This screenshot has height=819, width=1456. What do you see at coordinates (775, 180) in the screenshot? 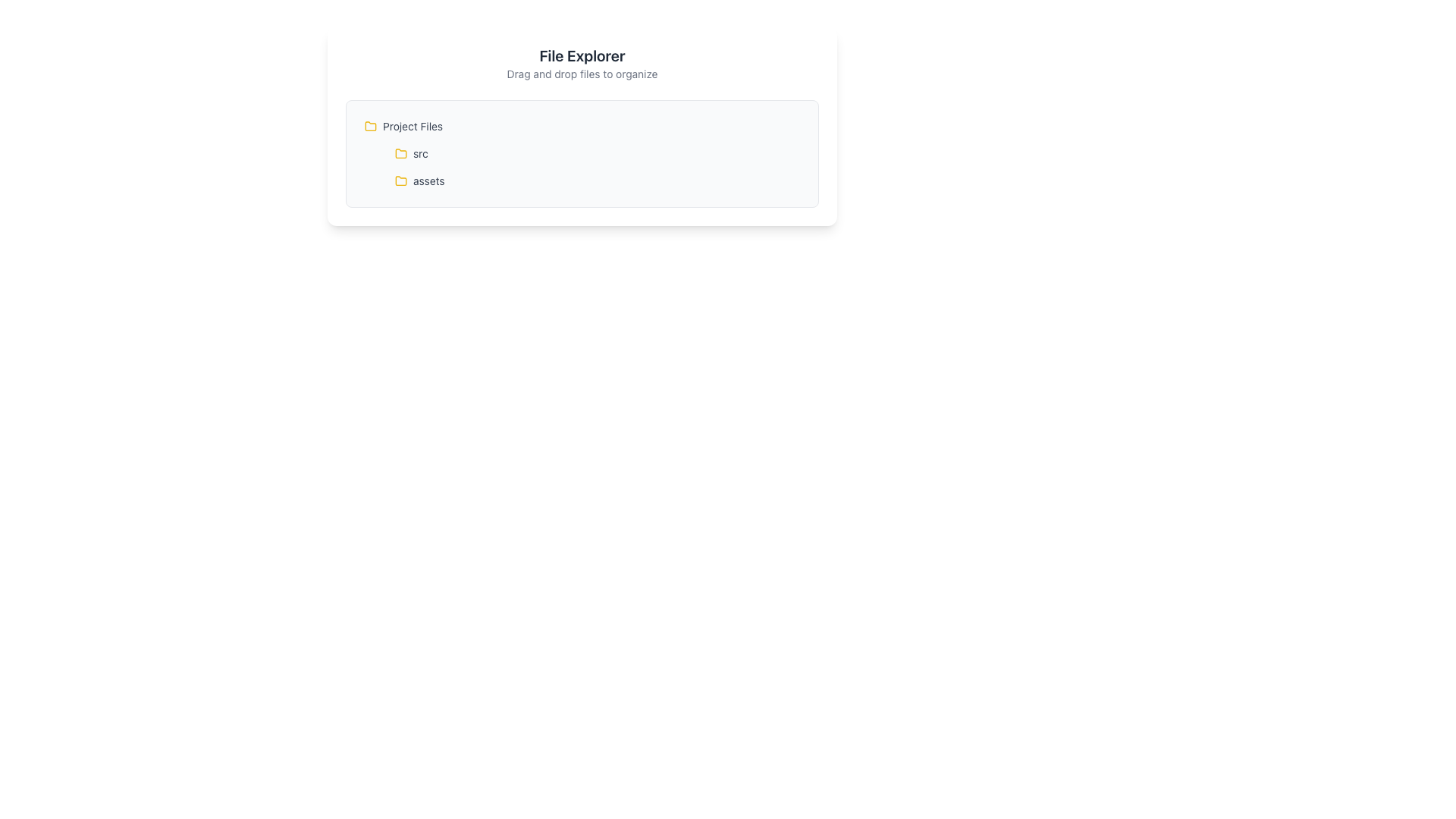
I see `the add button located at the right side of the File Explorer interface, which initiates an action` at bounding box center [775, 180].